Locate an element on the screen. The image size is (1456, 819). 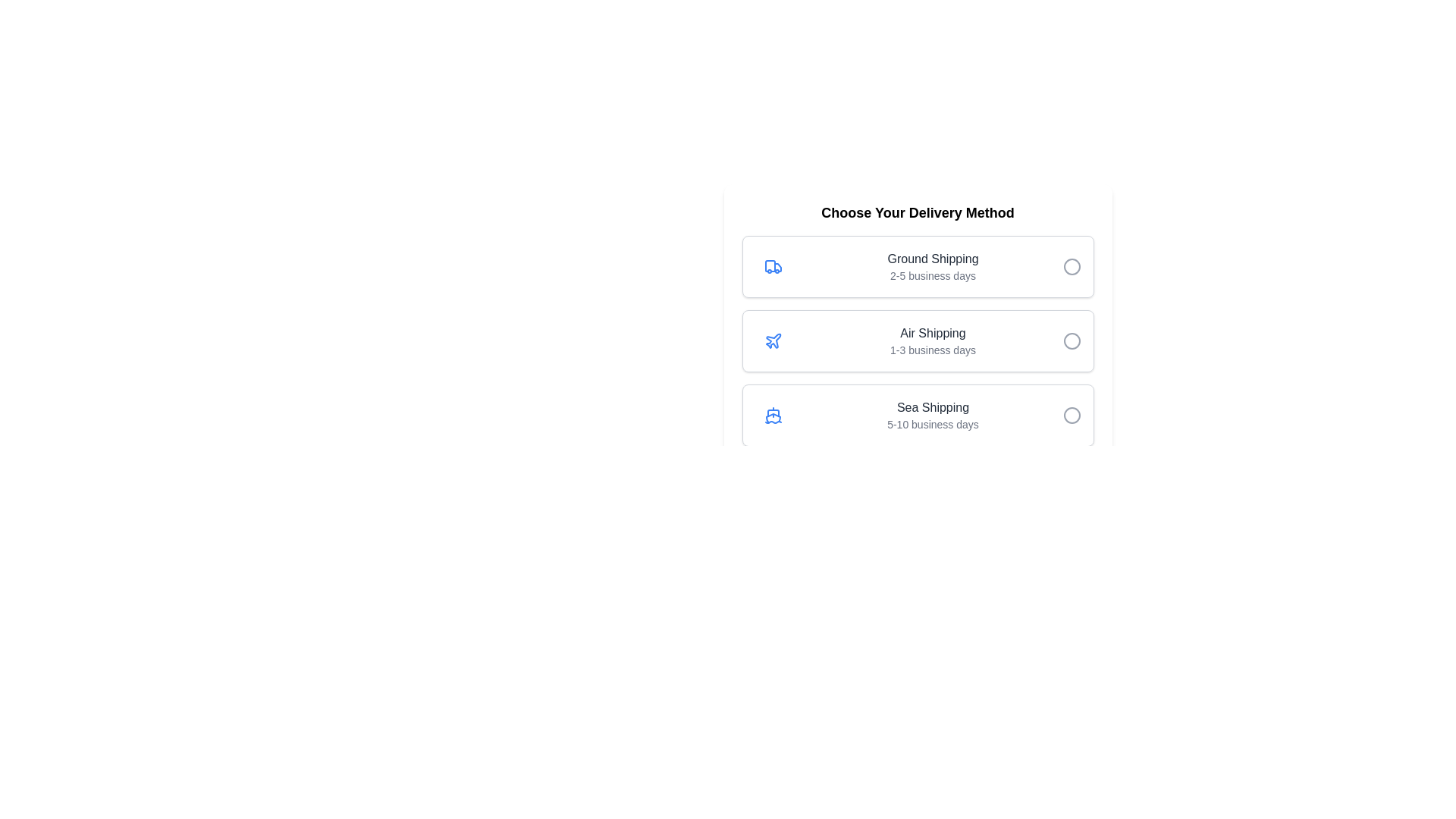
the text label that informs users about the expected delivery time for the 'Air Shipping' option, located under the 'Air Shipping' label is located at coordinates (932, 350).